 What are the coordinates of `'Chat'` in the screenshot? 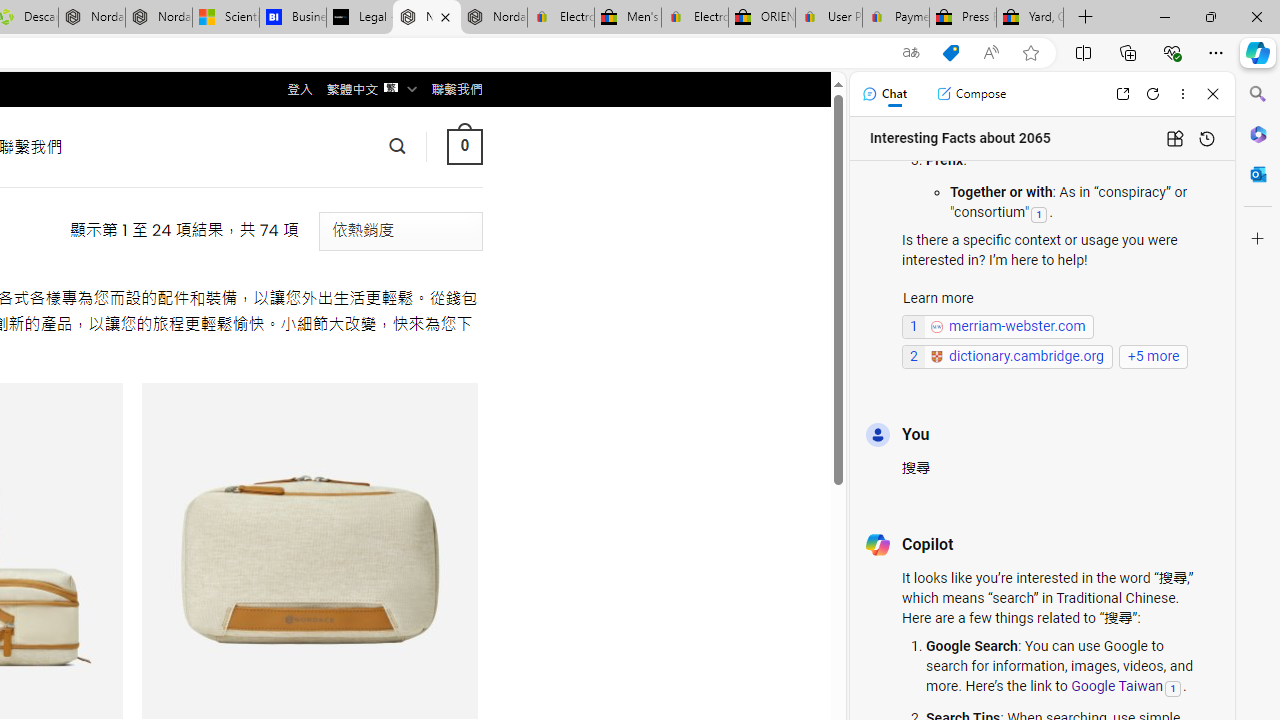 It's located at (883, 93).